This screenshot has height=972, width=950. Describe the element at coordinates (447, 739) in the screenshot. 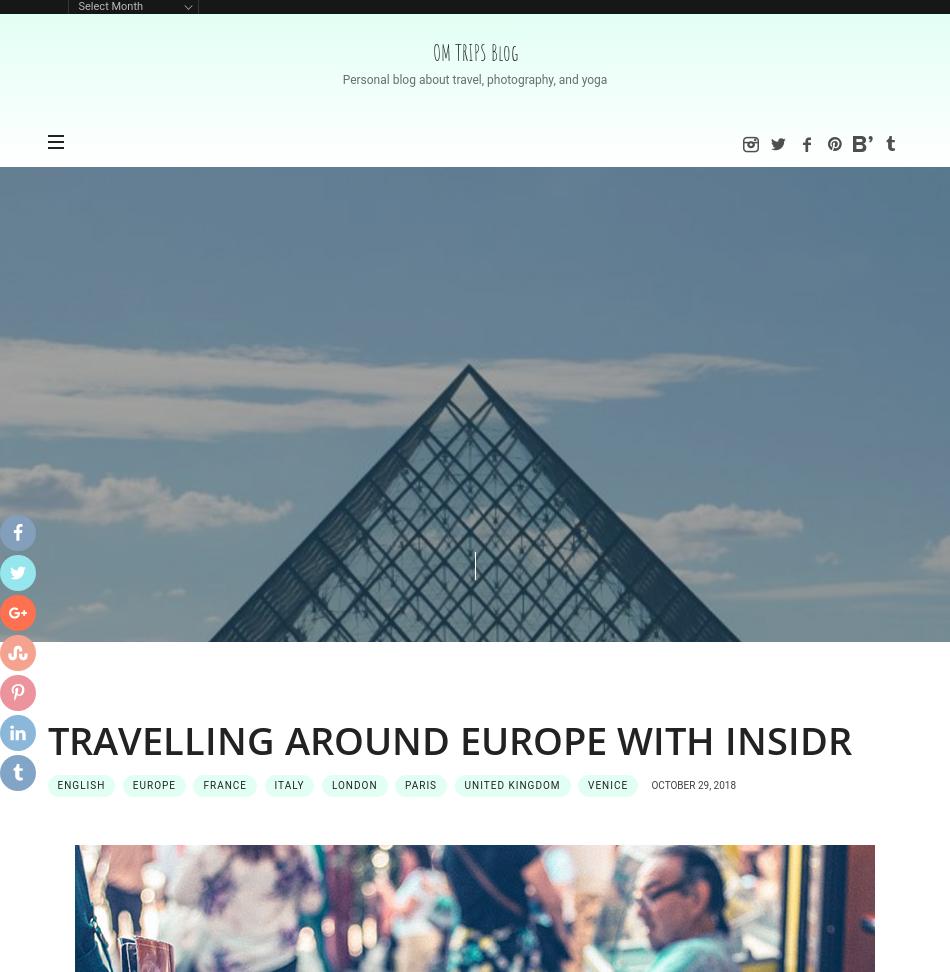

I see `'Travelling around Europe with INSIDR'` at that location.